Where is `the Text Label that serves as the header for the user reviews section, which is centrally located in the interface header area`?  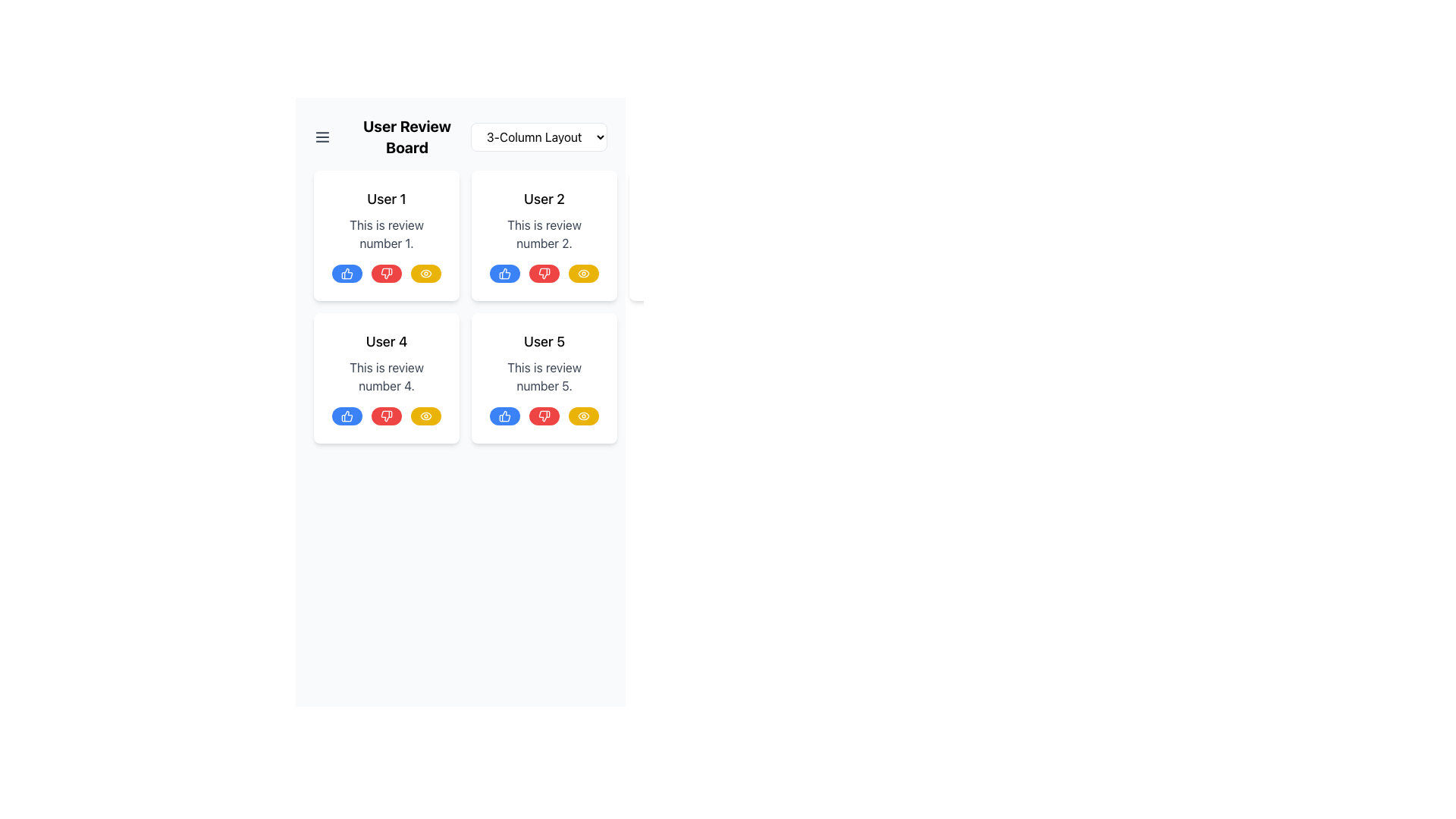
the Text Label that serves as the header for the user reviews section, which is centrally located in the interface header area is located at coordinates (407, 137).